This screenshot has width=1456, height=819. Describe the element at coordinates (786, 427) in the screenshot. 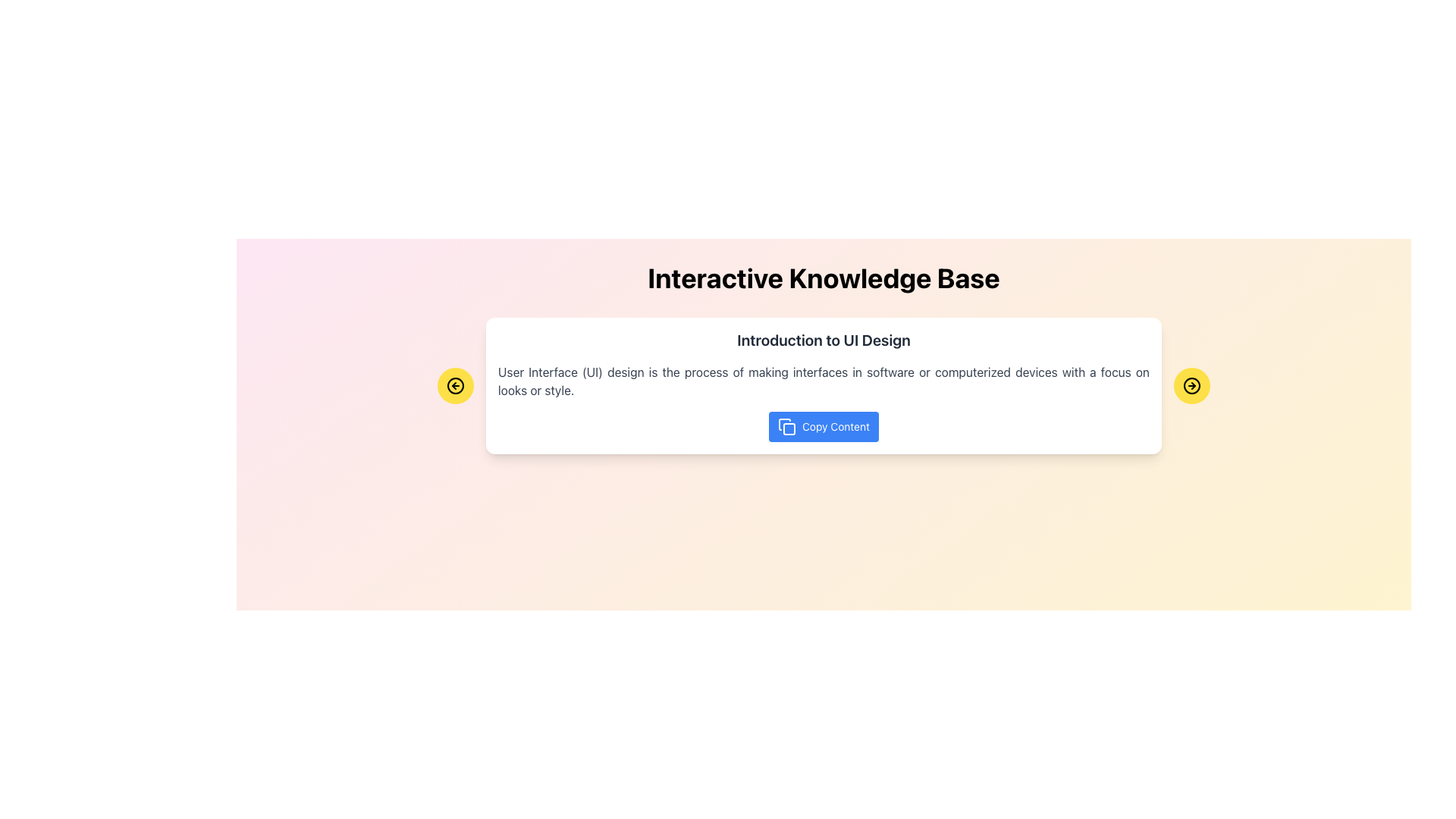

I see `the 'Copy' icon located to the left of the 'Copy Content' text within the blue button at the bottom of the main content box` at that location.